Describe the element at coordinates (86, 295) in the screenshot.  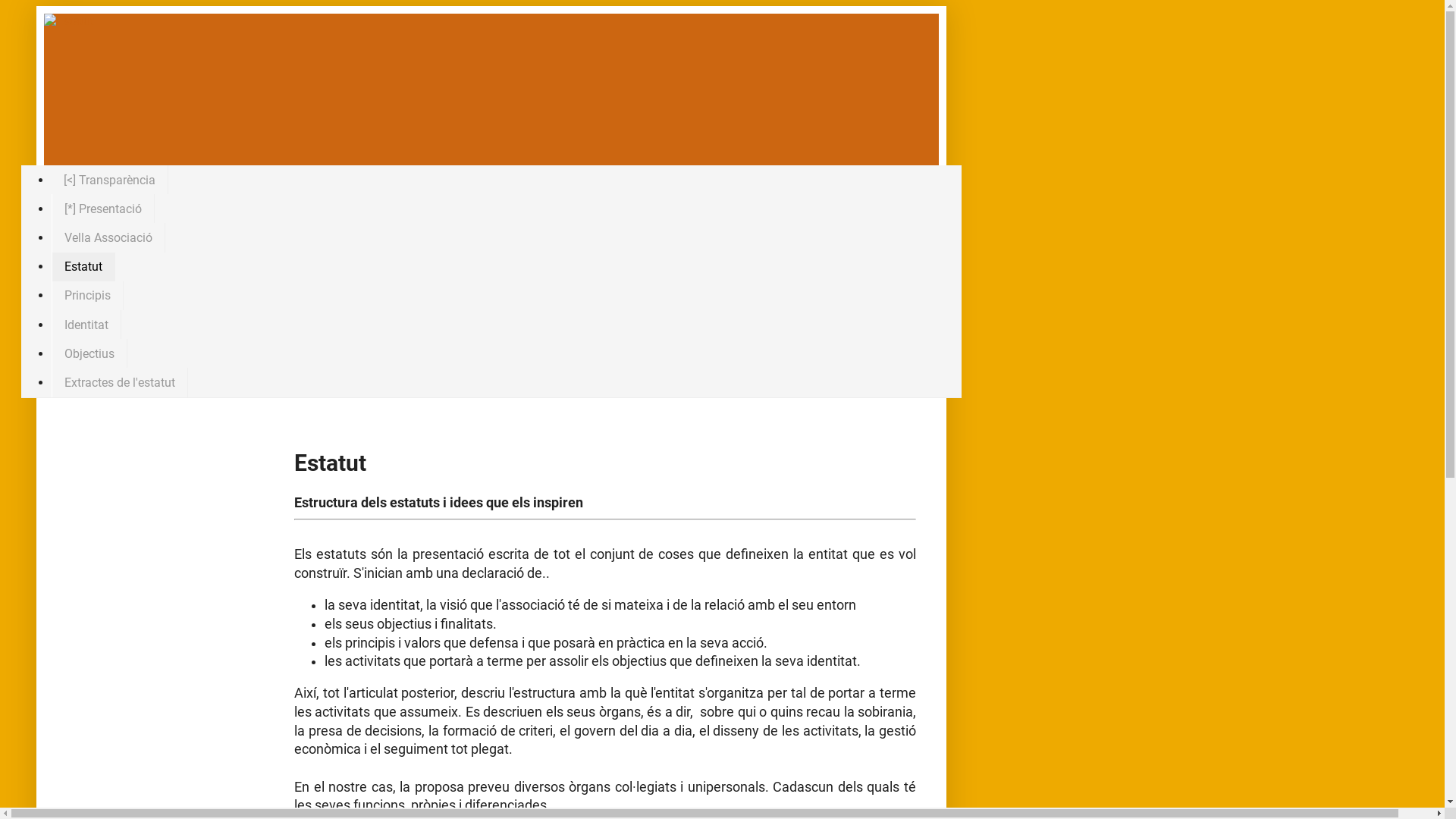
I see `'Principis'` at that location.